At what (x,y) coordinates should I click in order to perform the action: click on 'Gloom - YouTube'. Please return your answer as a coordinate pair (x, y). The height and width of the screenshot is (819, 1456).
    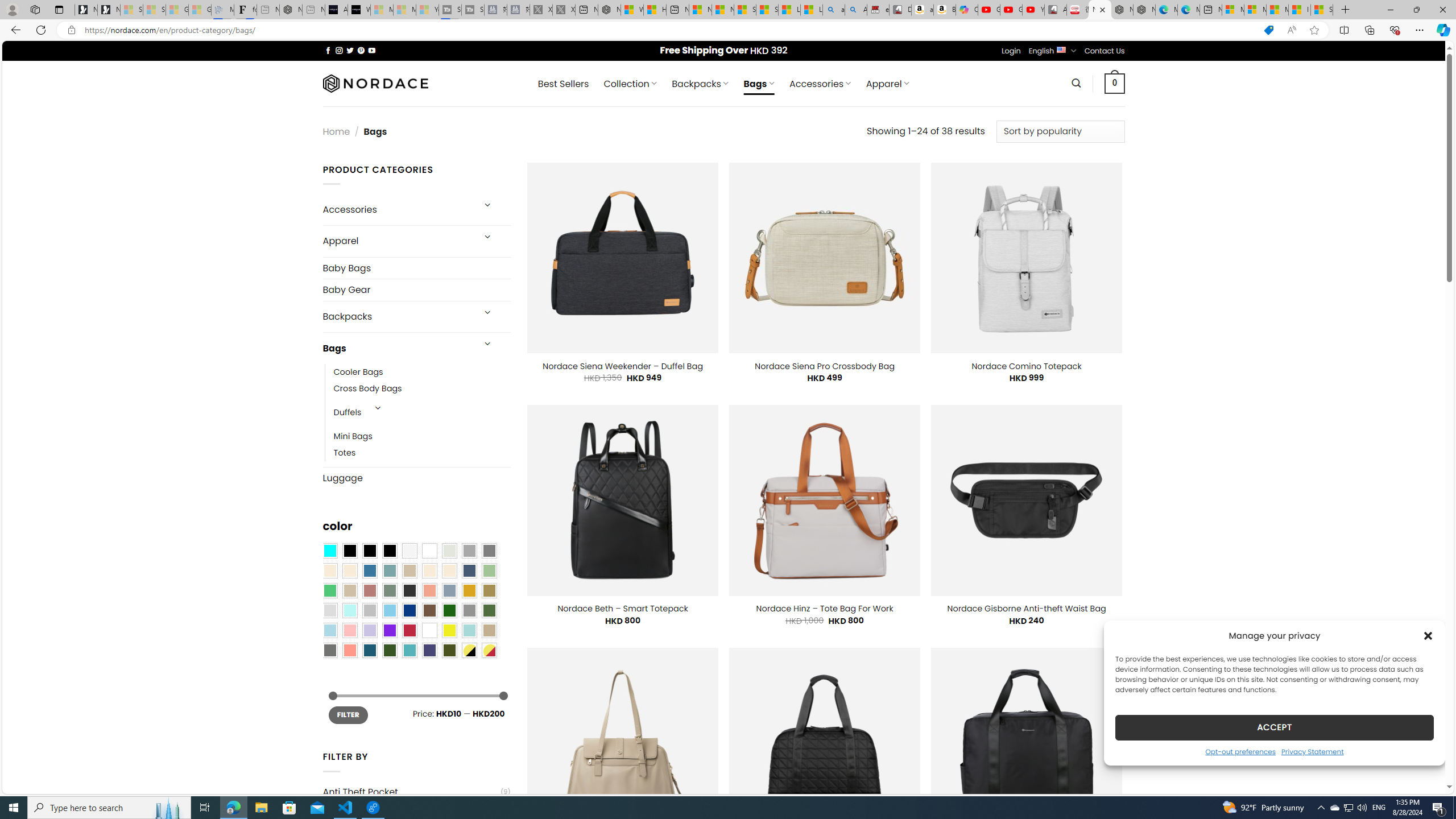
    Looking at the image, I should click on (1011, 9).